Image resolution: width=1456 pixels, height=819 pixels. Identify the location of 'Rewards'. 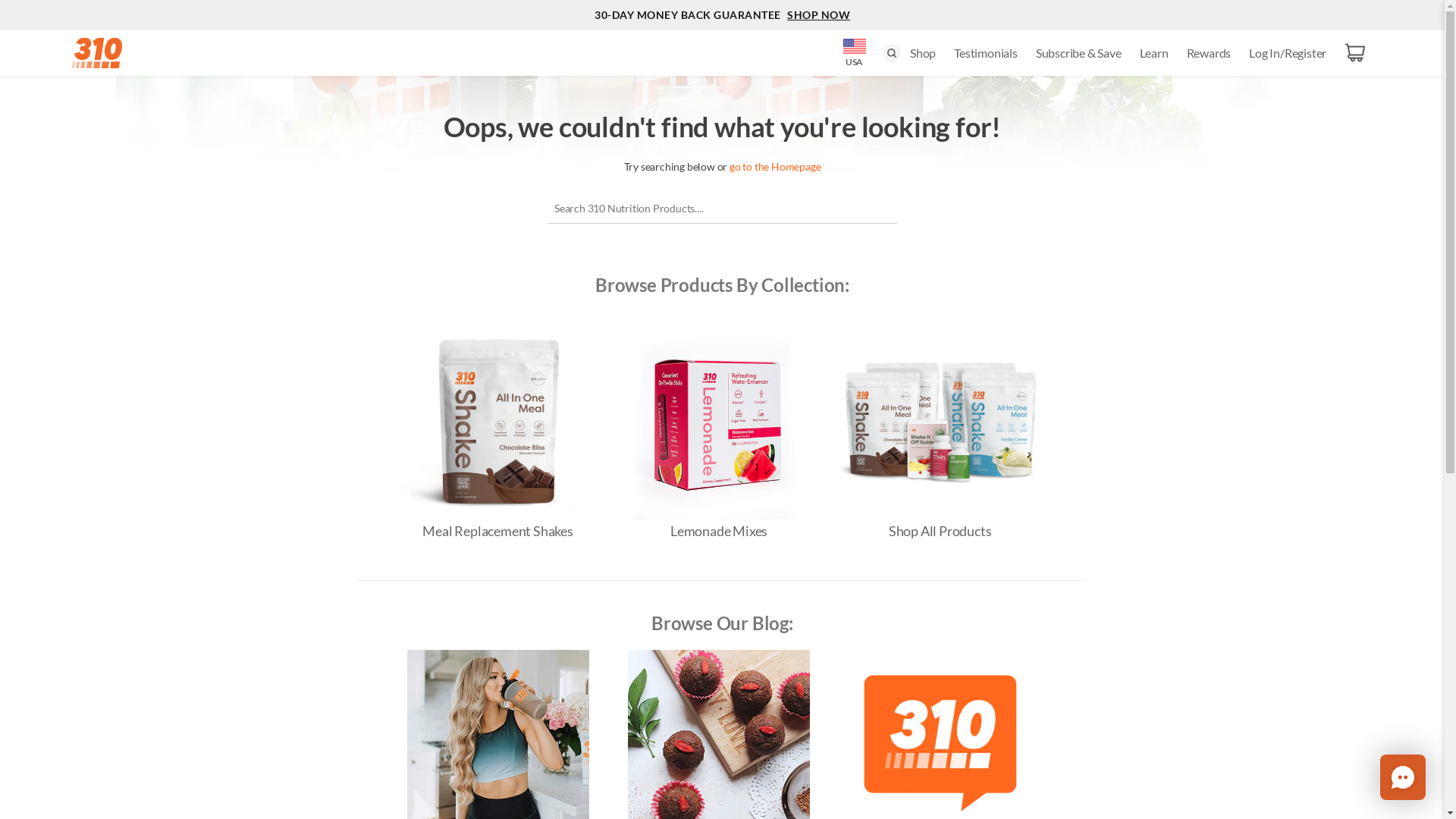
(1208, 52).